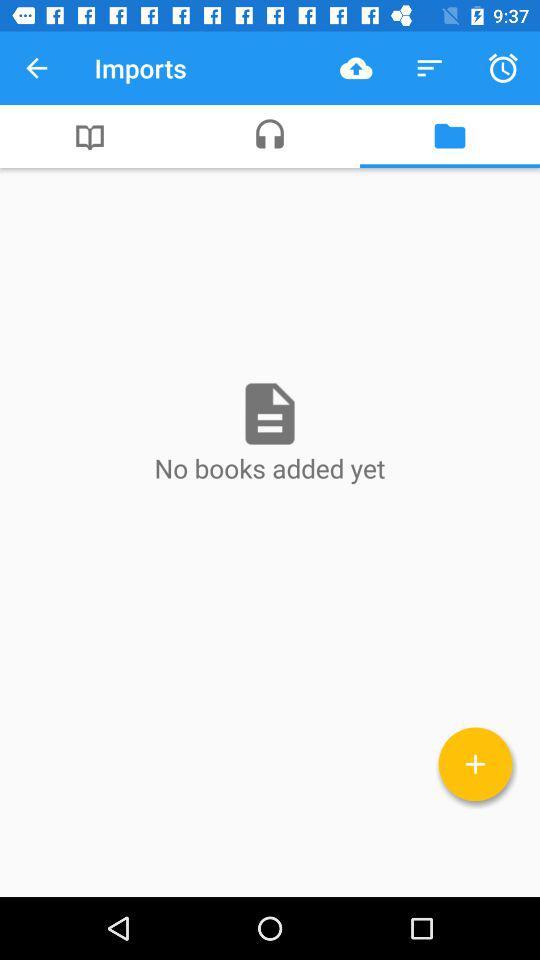 The image size is (540, 960). Describe the element at coordinates (355, 68) in the screenshot. I see `icon to the right of imports item` at that location.